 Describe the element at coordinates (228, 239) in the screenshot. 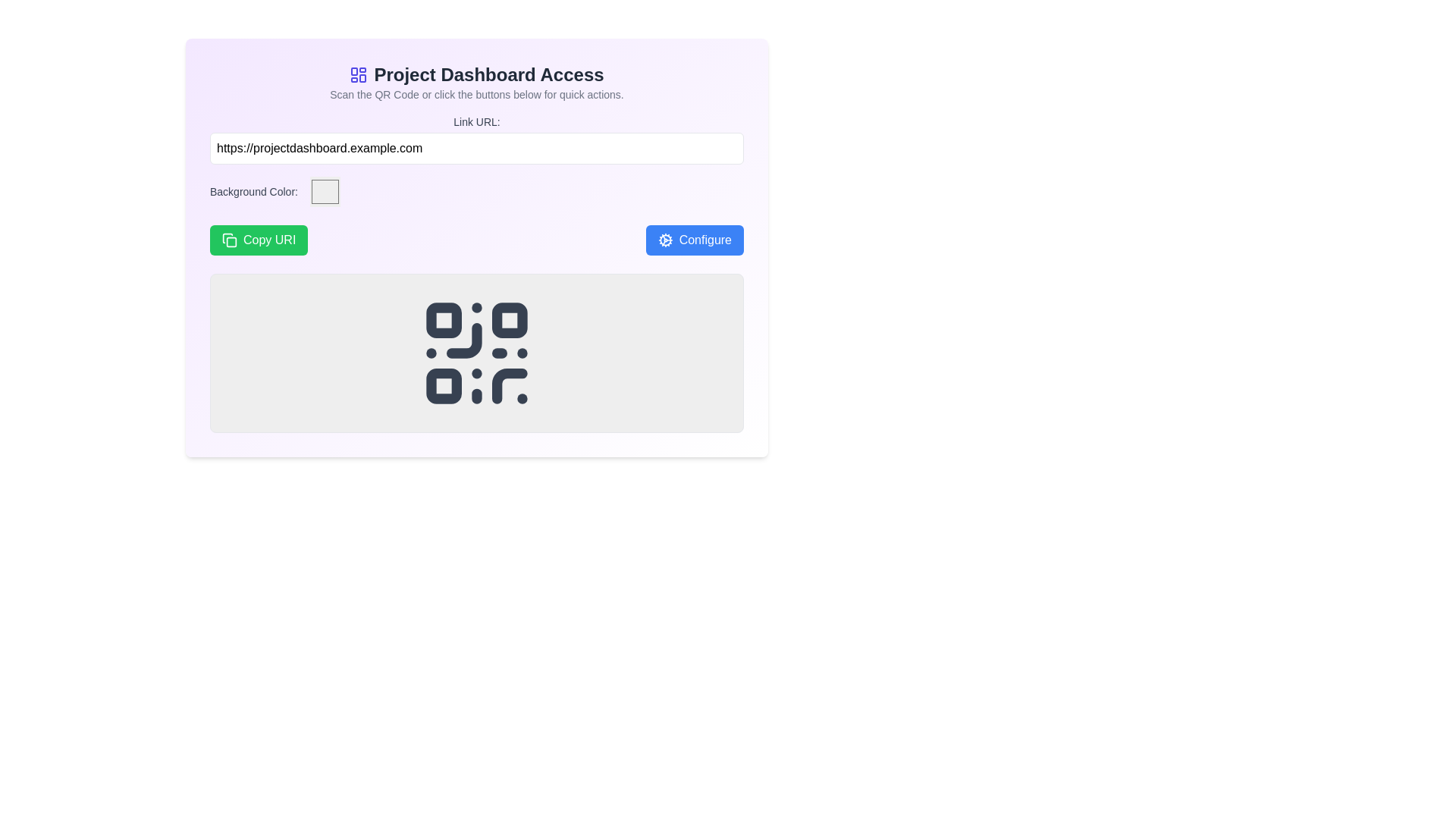

I see `the 'Copy' icon located to the left of the 'Copy URI' button's text, which has a green background with rounded corners` at that location.